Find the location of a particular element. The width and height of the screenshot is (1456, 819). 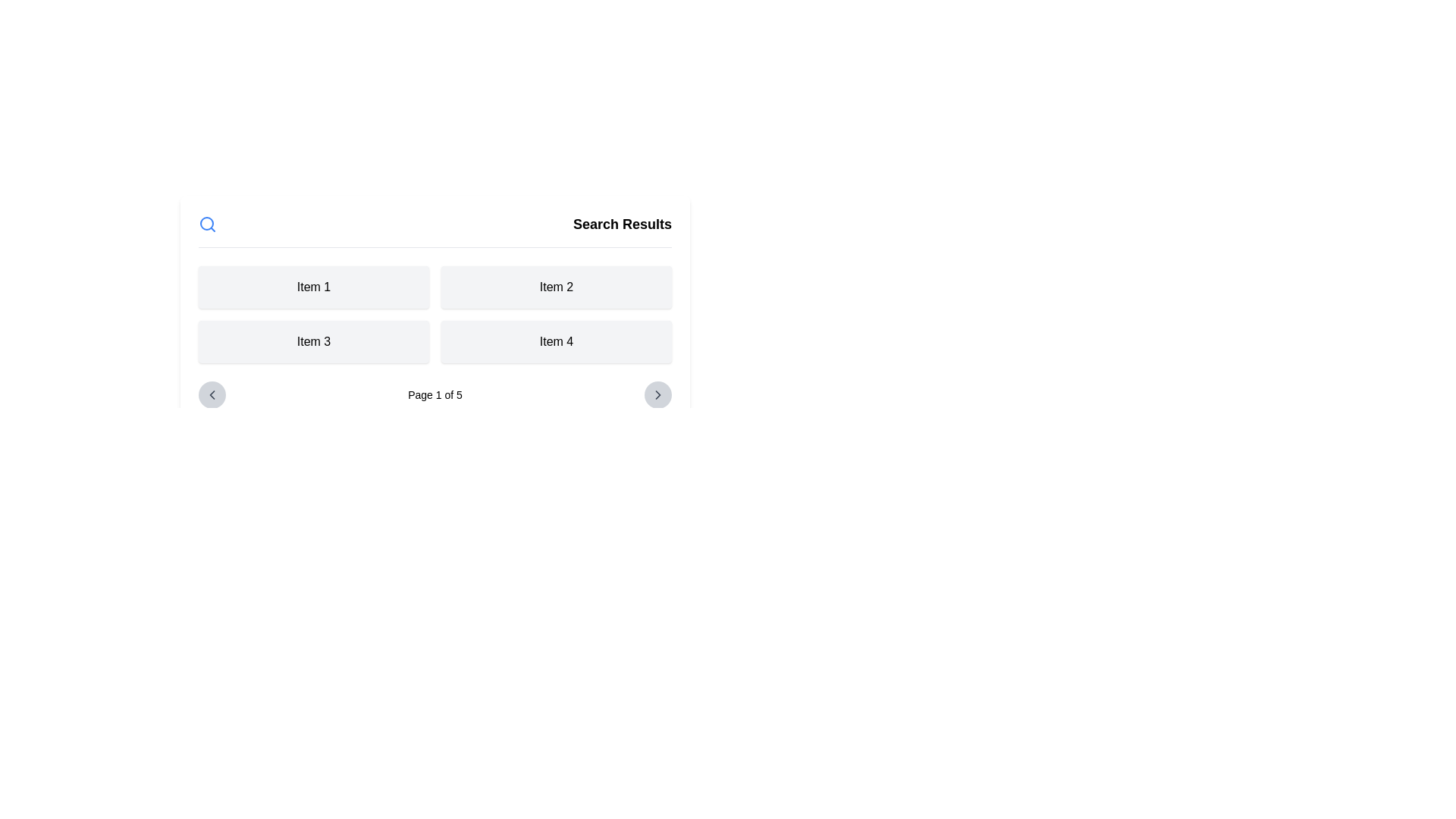

the label with the text 'Item 4', which is a rectangular element with a light gray background and rounded corners located in the bottom-right position of the grid is located at coordinates (556, 342).